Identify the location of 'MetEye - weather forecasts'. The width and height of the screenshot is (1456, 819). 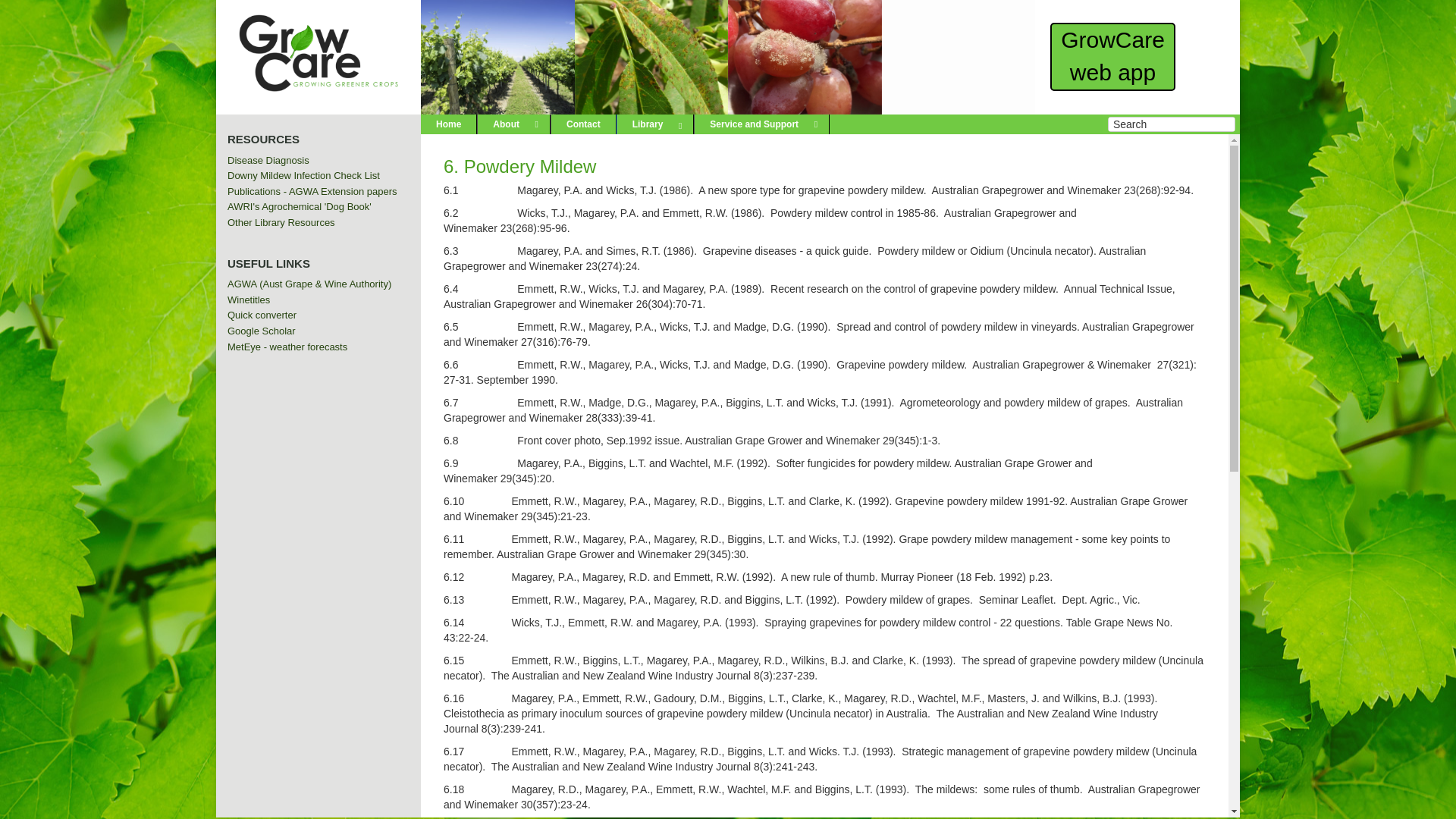
(287, 347).